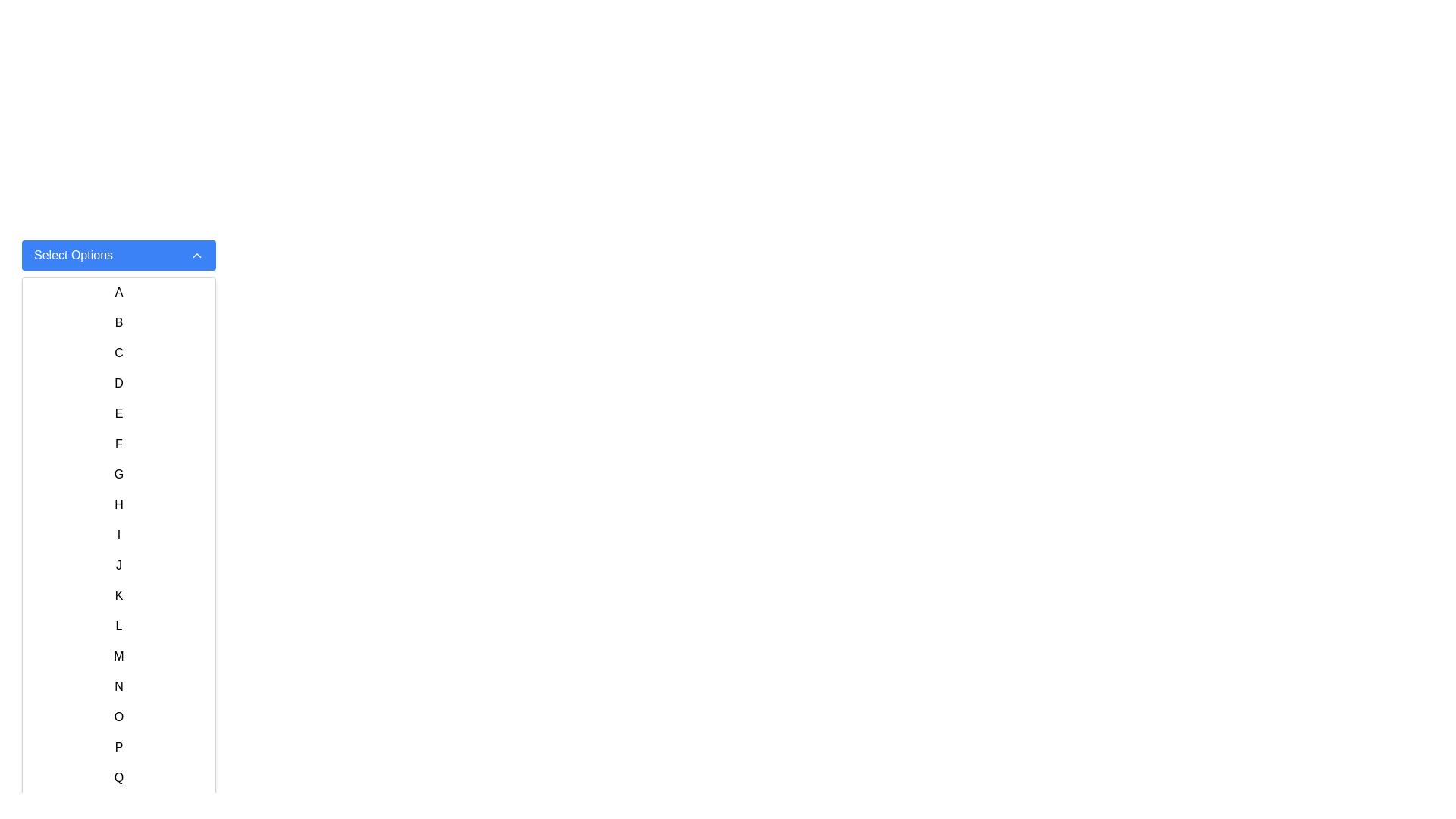 The width and height of the screenshot is (1456, 819). Describe the element at coordinates (118, 626) in the screenshot. I see `the letter 'L' in the selectable list` at that location.